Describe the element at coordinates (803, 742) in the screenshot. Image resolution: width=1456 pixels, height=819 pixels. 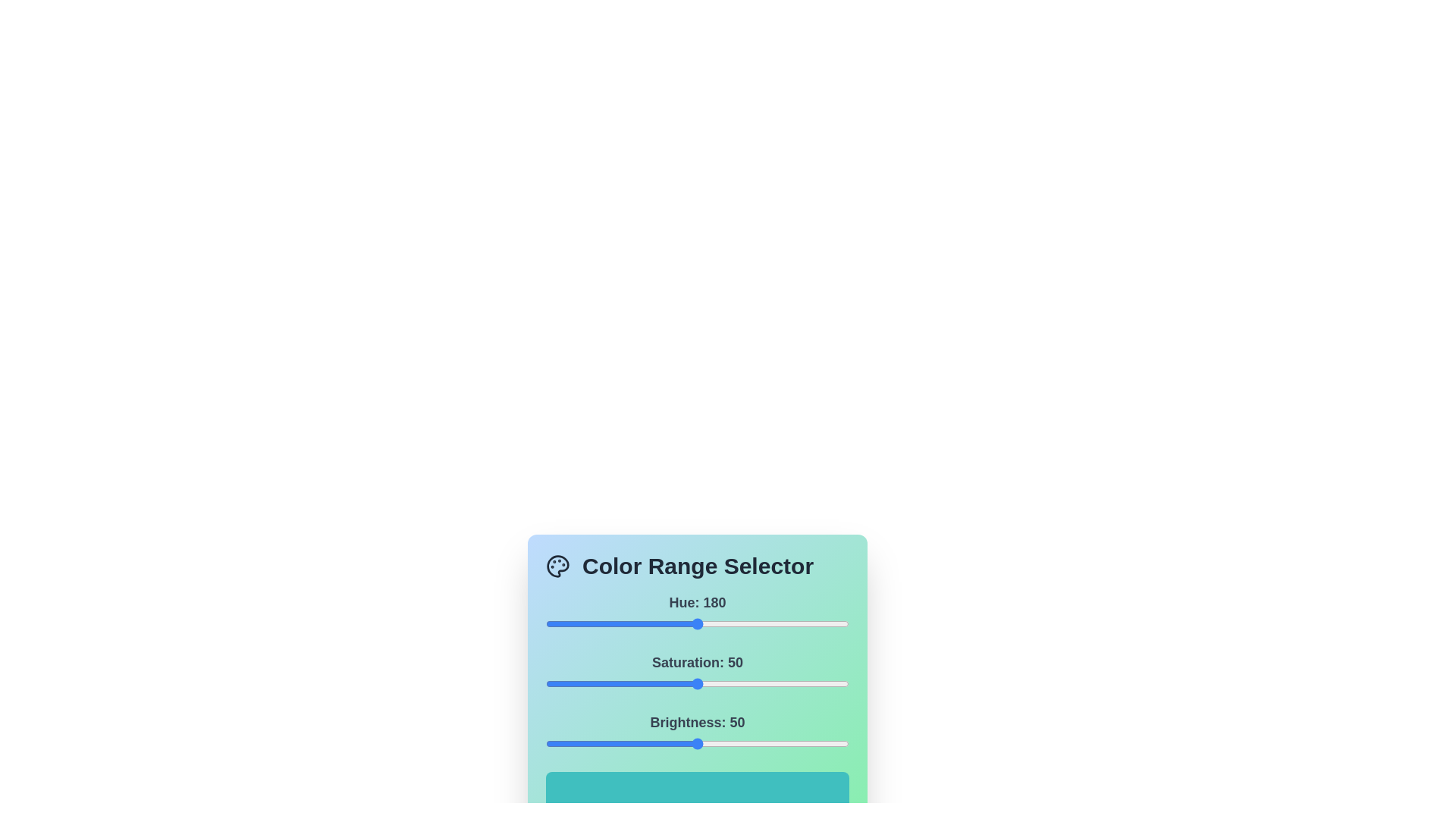
I see `the brightness slider to set the brightness value to 85` at that location.